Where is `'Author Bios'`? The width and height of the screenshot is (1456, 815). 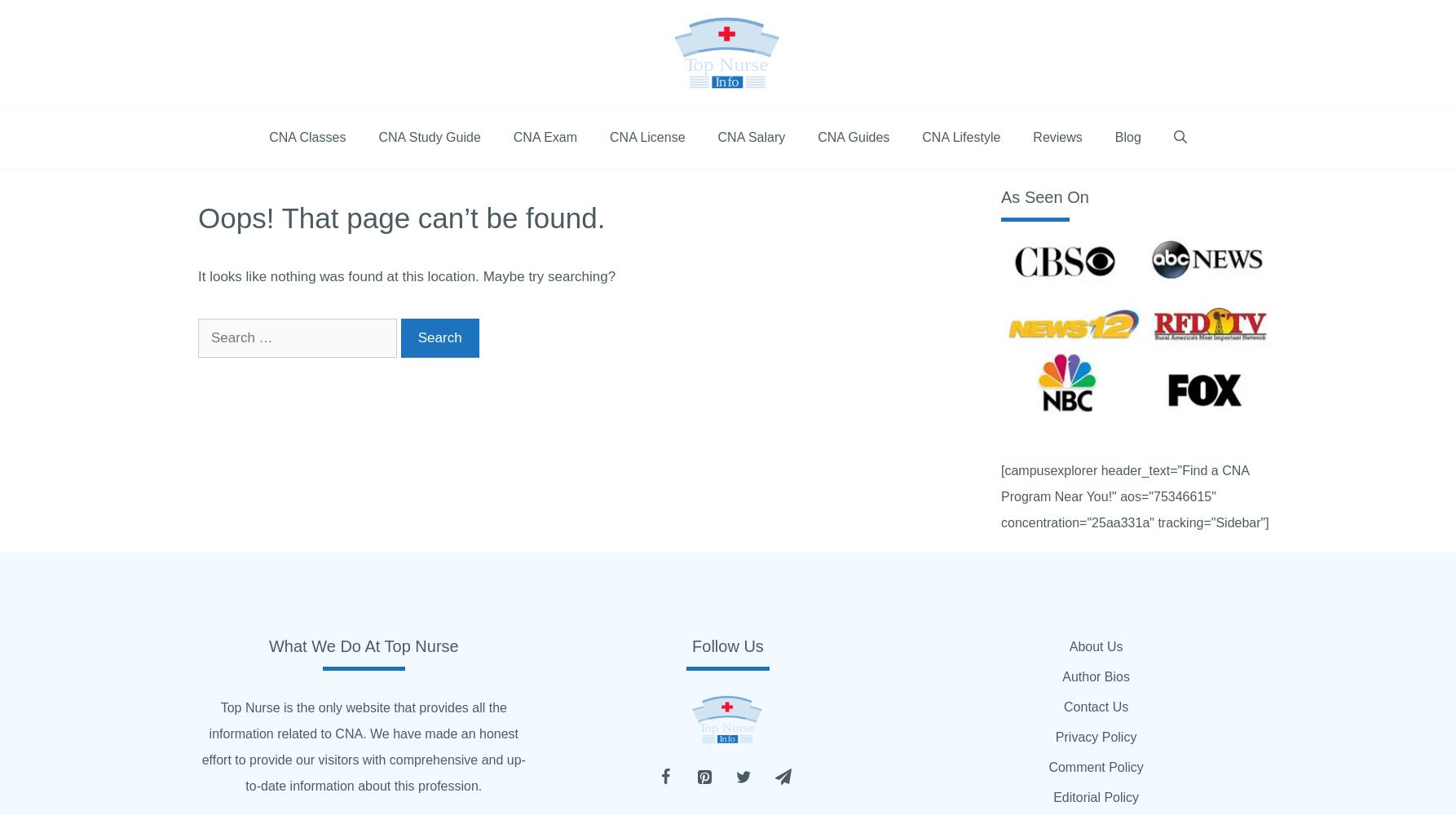 'Author Bios' is located at coordinates (1095, 676).